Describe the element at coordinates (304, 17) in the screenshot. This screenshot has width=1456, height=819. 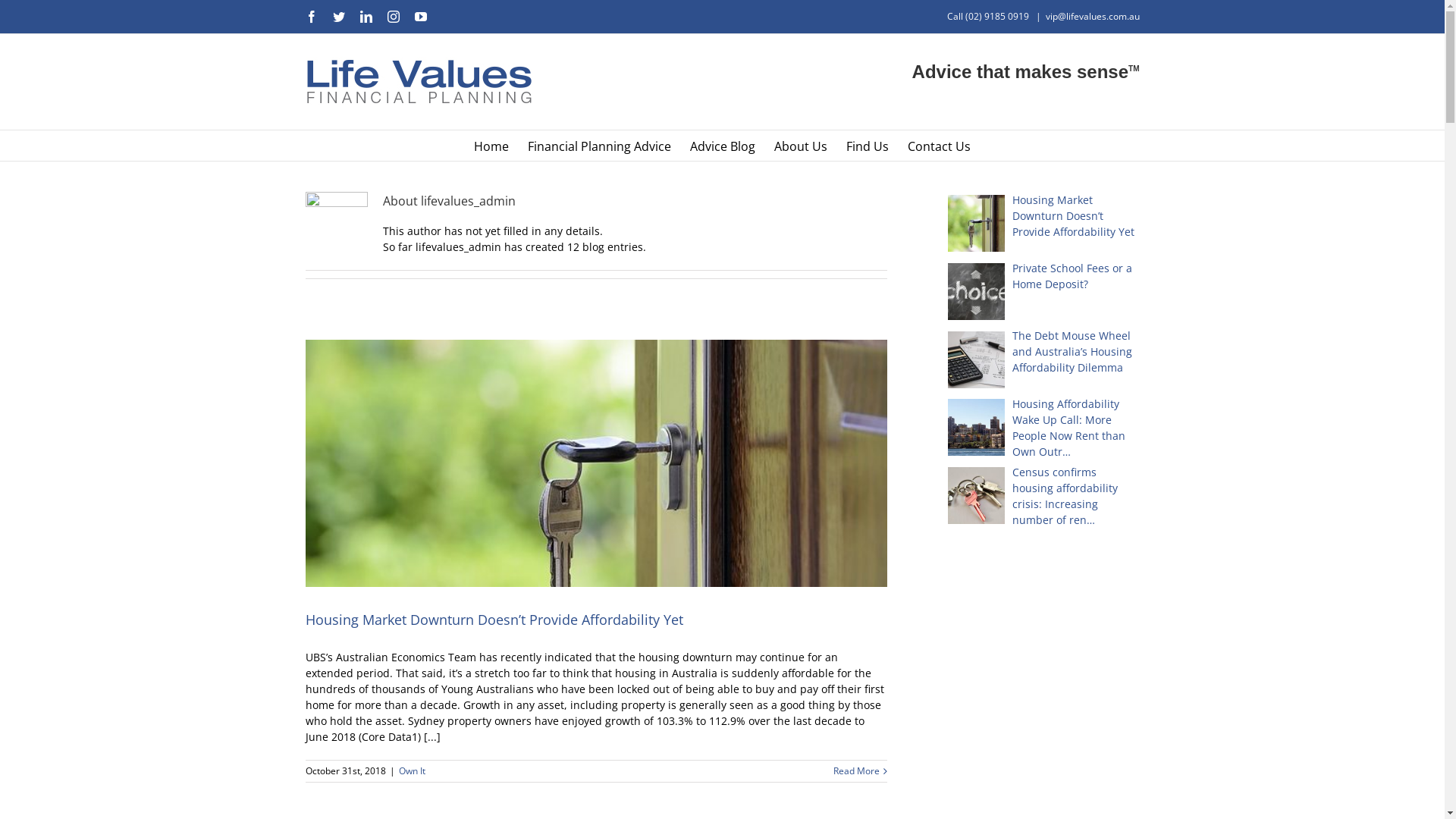
I see `'Facebook'` at that location.